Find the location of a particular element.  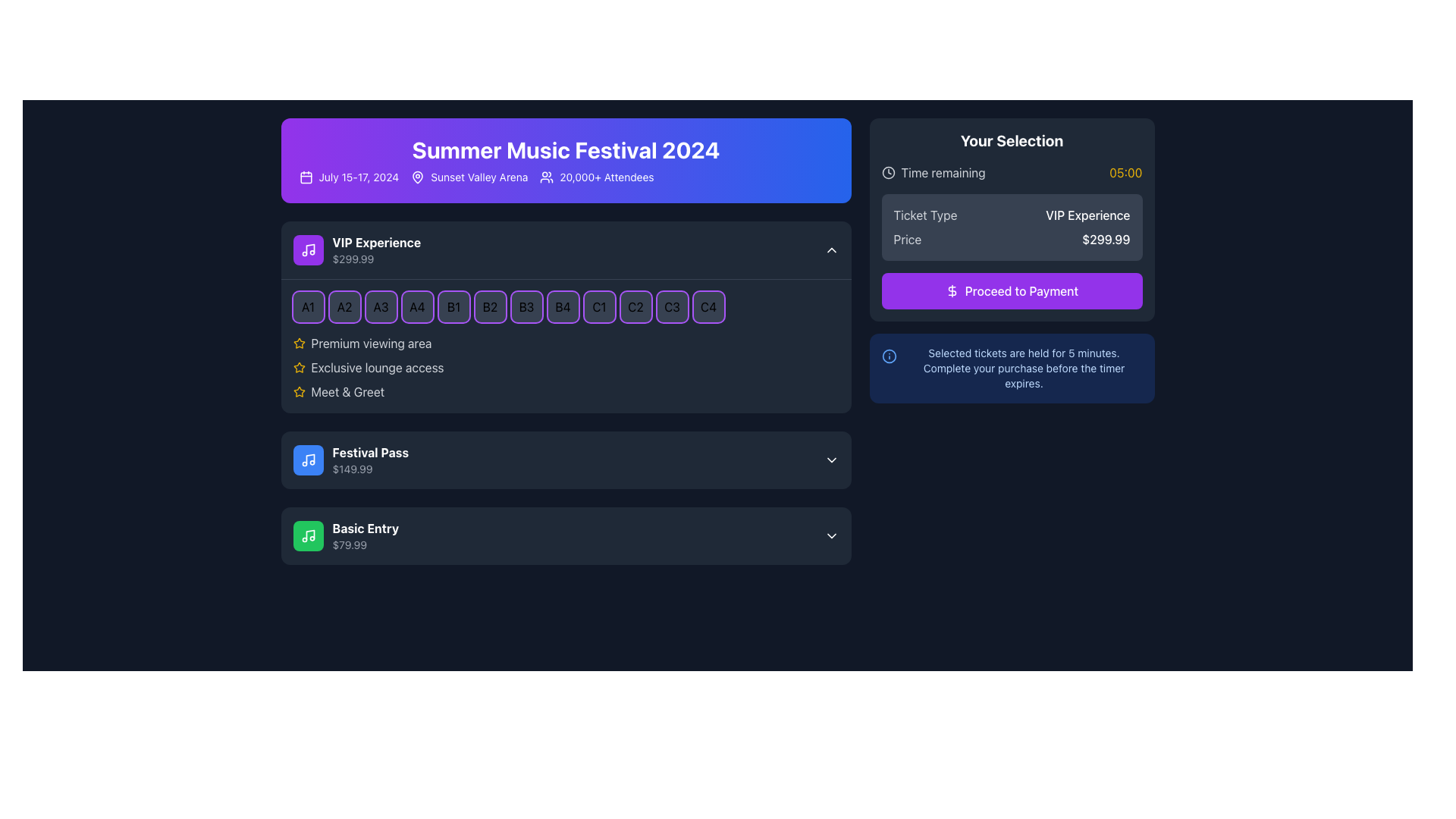

the 'Time remaining' text label in the sidebar section on the right side of the interface, which is styled with a modern font and appears against a dark background is located at coordinates (943, 171).